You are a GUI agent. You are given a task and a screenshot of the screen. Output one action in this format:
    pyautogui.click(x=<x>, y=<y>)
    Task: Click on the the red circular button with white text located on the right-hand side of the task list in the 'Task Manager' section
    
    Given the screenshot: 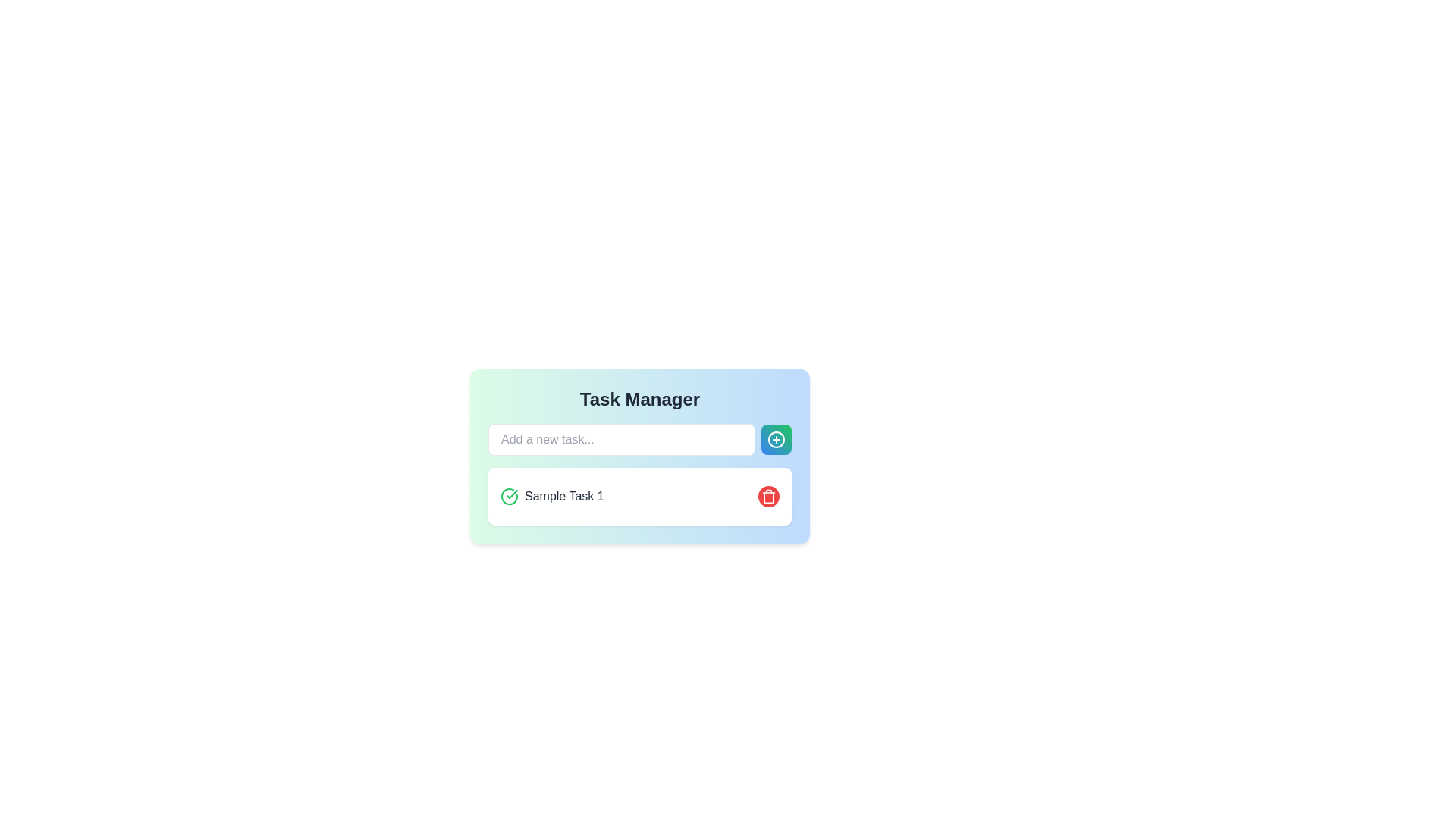 What is the action you would take?
    pyautogui.click(x=768, y=497)
    